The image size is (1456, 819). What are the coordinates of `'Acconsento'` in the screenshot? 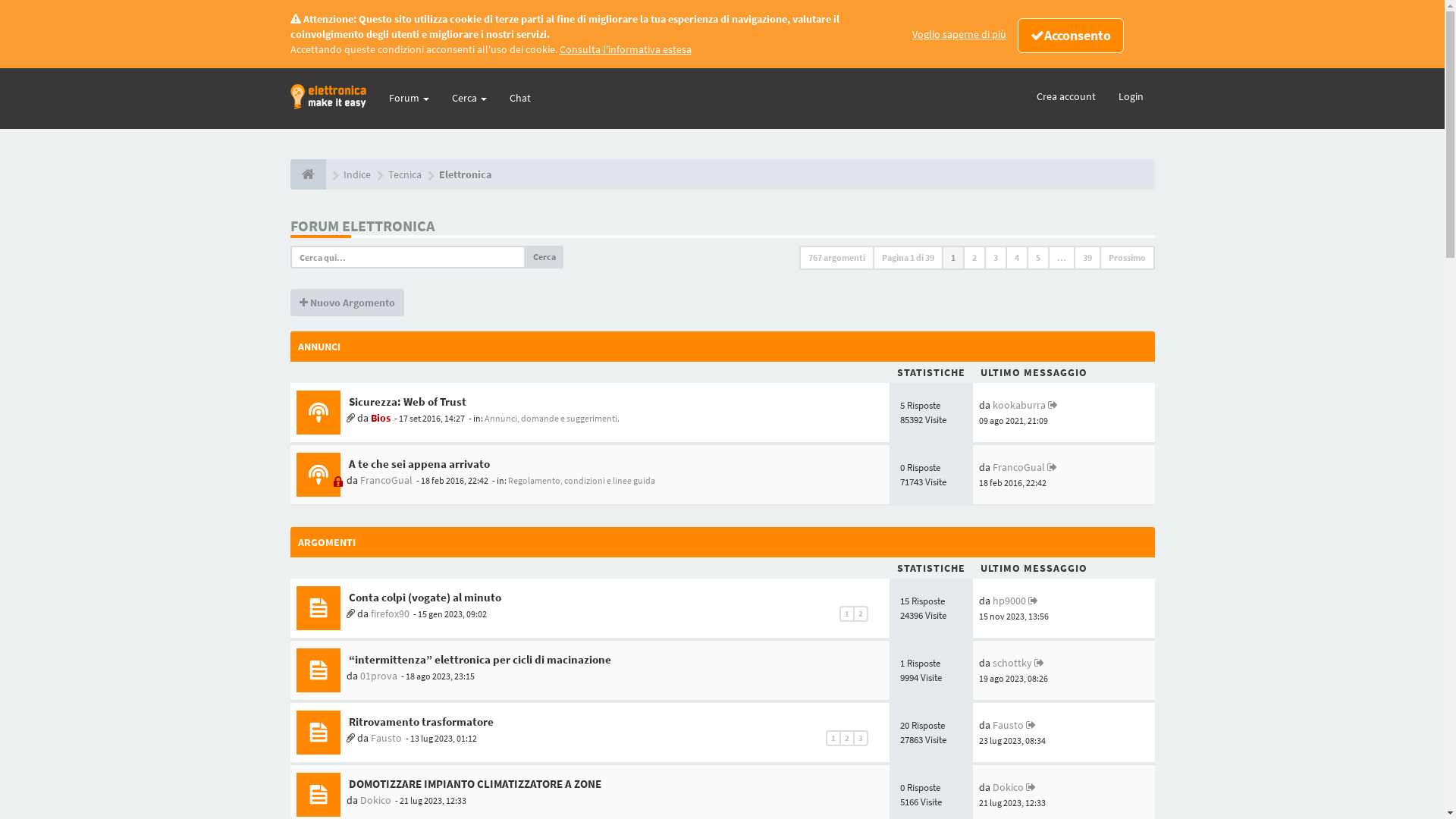 It's located at (1069, 34).